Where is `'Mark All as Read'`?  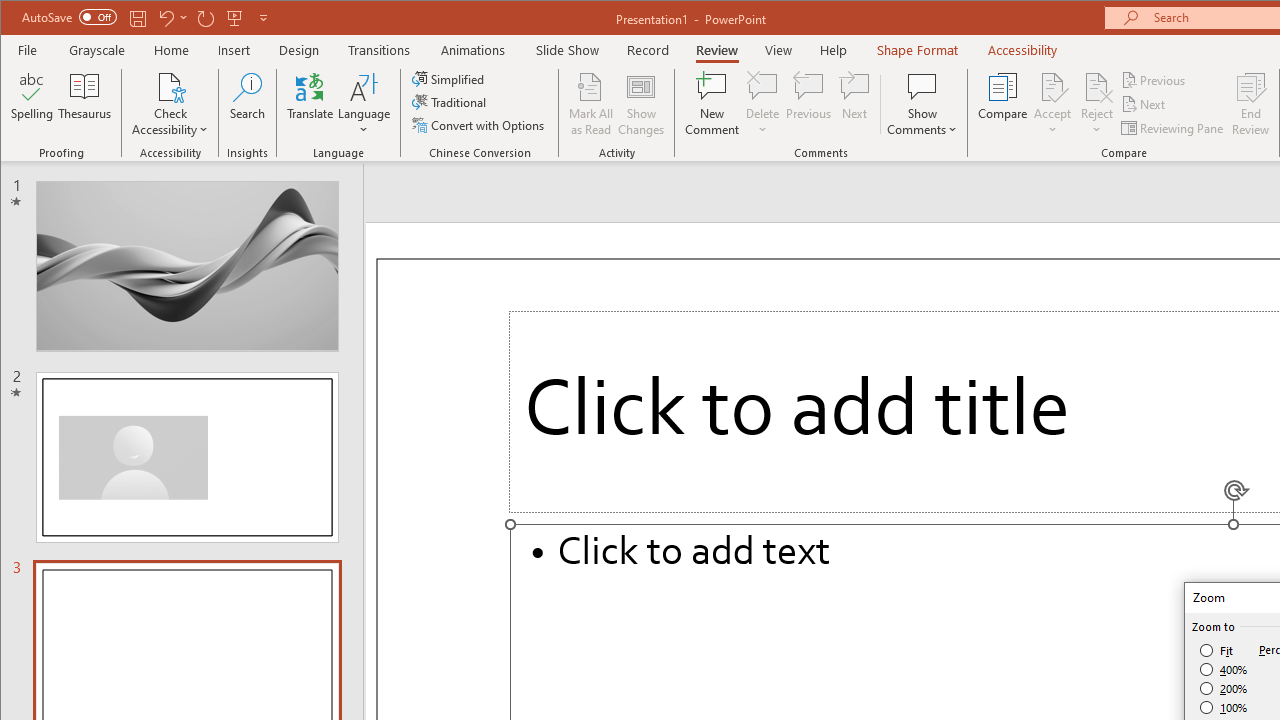 'Mark All as Read' is located at coordinates (590, 104).